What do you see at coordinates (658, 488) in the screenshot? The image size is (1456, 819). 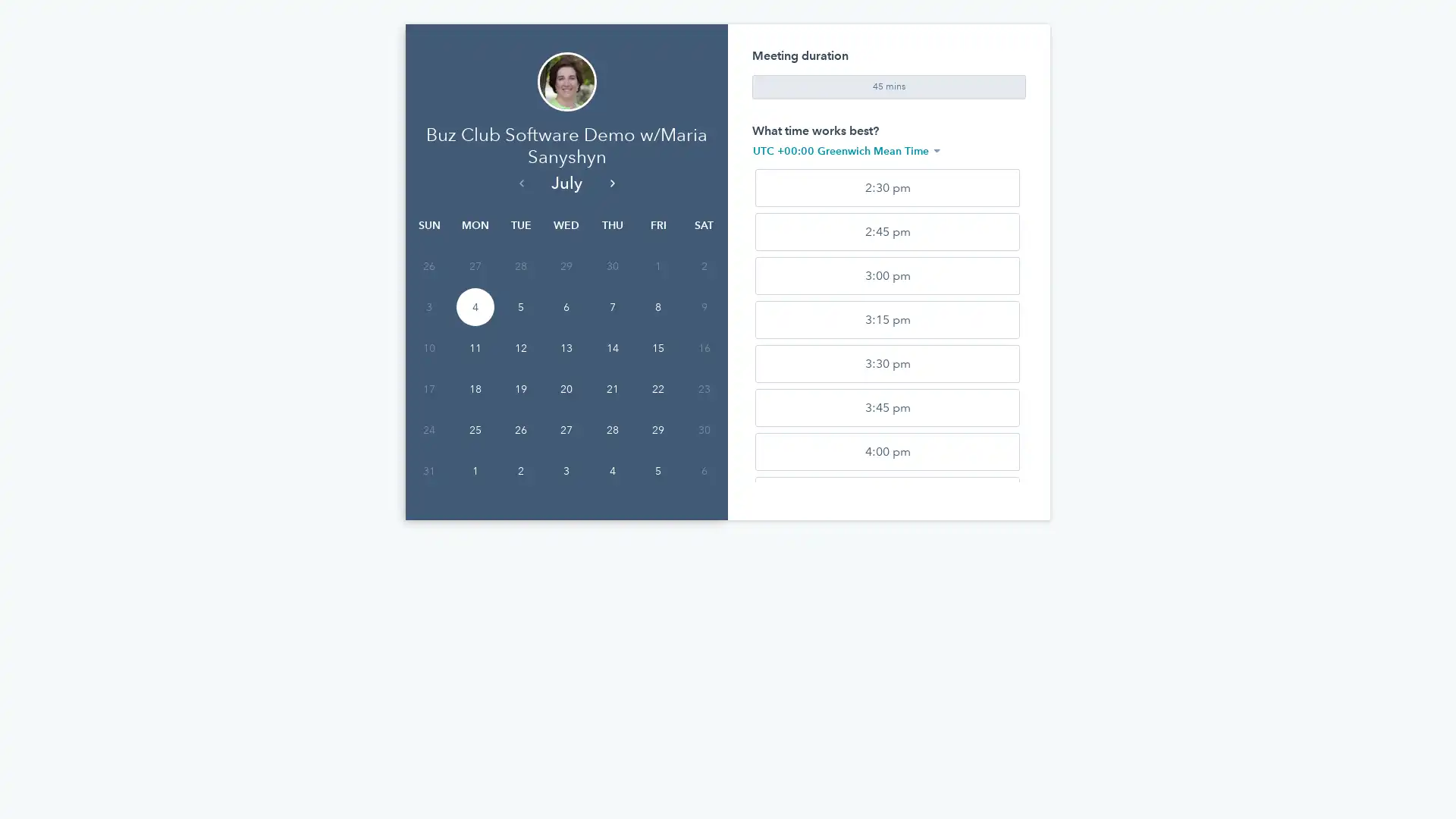 I see `July 29th` at bounding box center [658, 488].